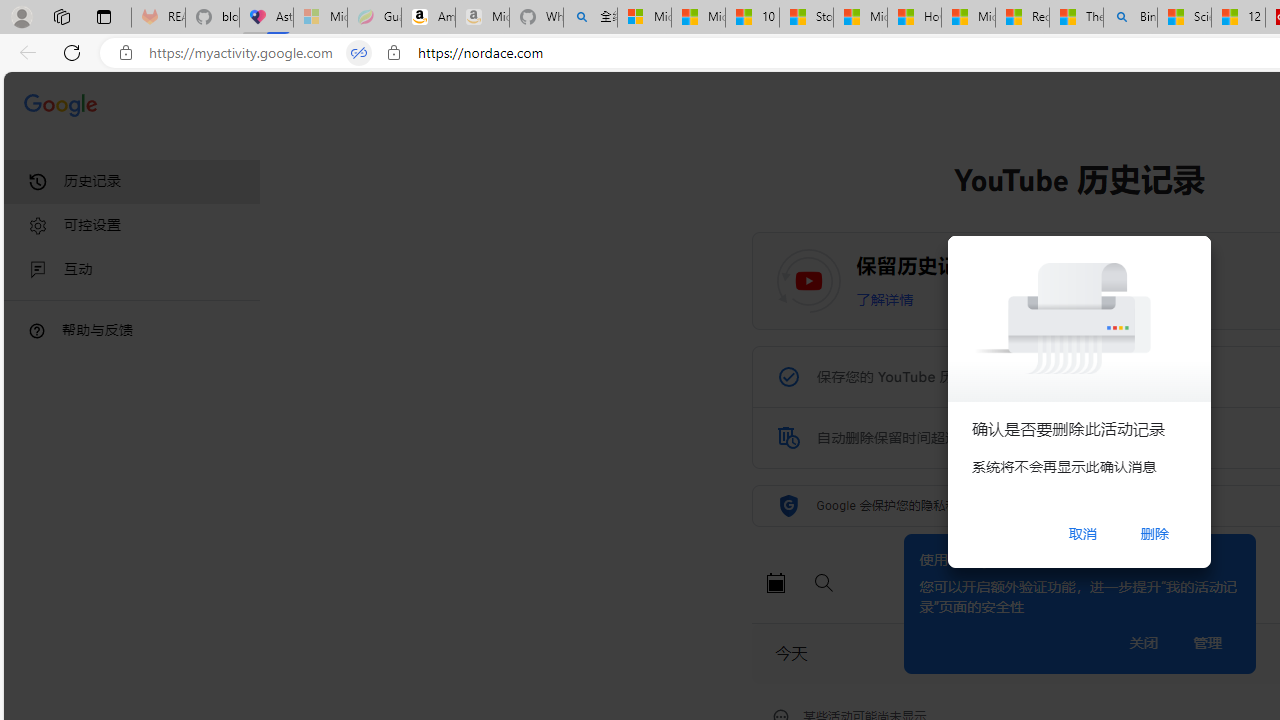  Describe the element at coordinates (913, 17) in the screenshot. I see `'How I Got Rid of Microsoft Edge'` at that location.